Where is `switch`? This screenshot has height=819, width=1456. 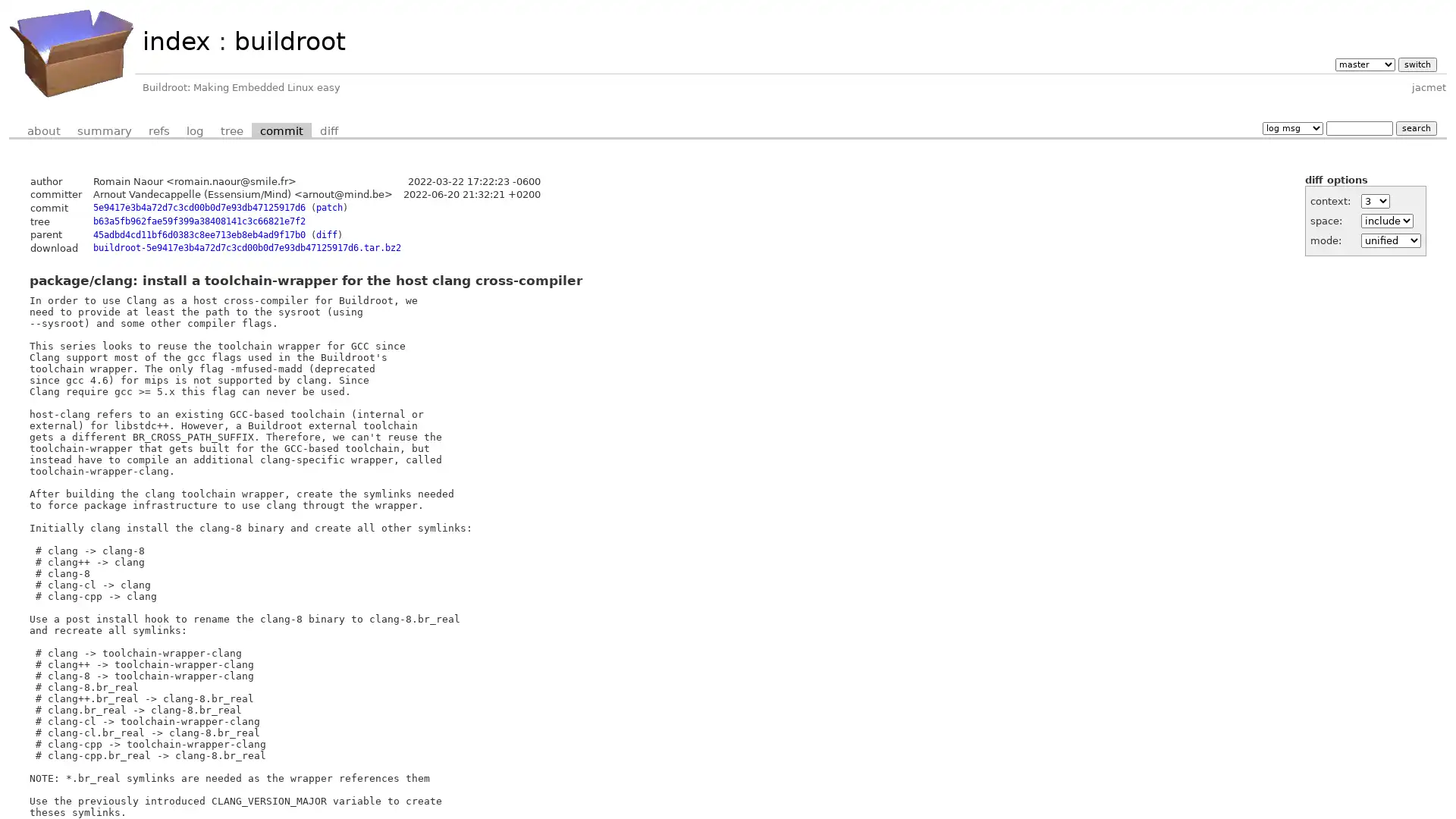
switch is located at coordinates (1416, 63).